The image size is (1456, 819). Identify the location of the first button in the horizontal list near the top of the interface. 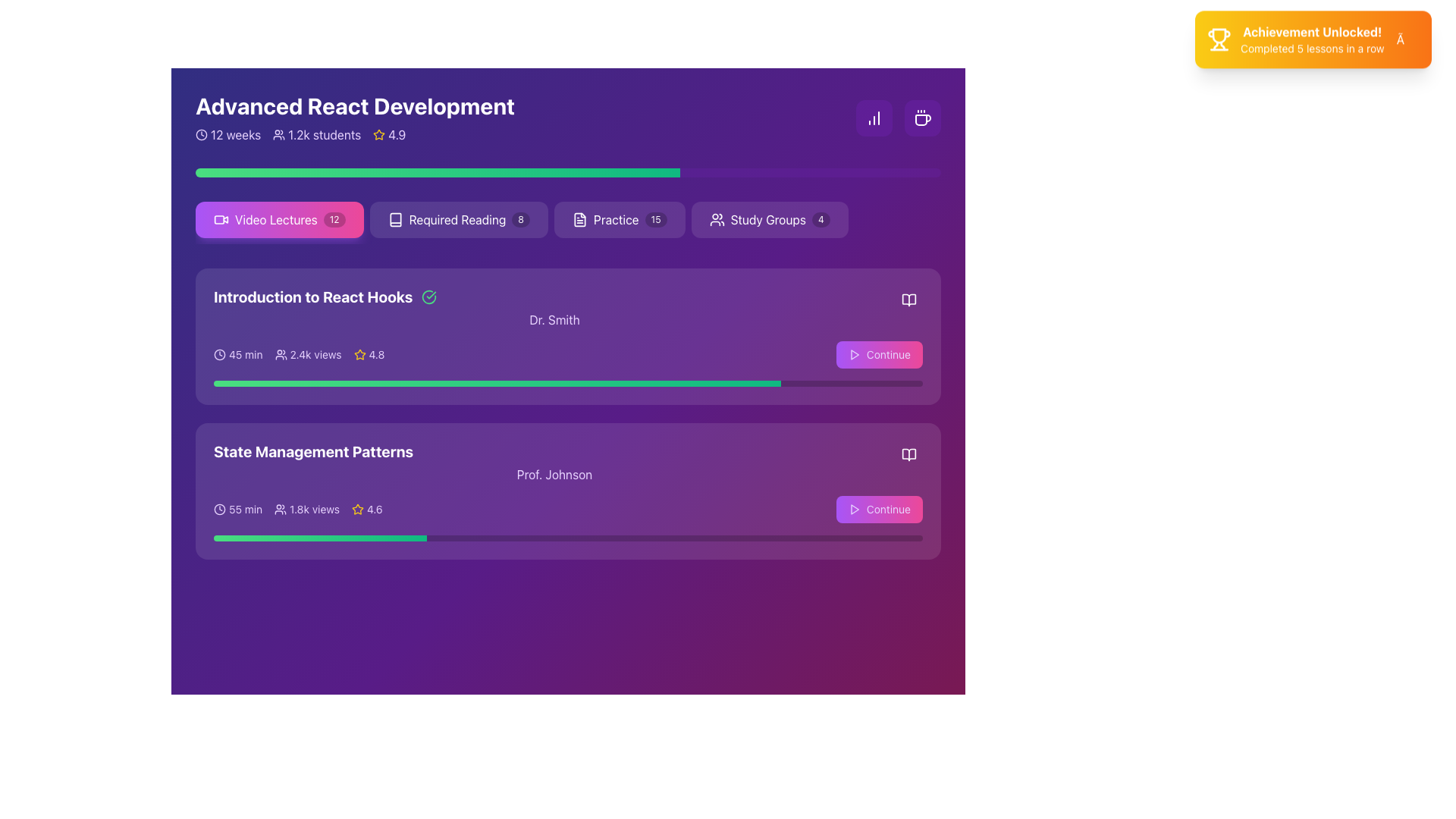
(279, 219).